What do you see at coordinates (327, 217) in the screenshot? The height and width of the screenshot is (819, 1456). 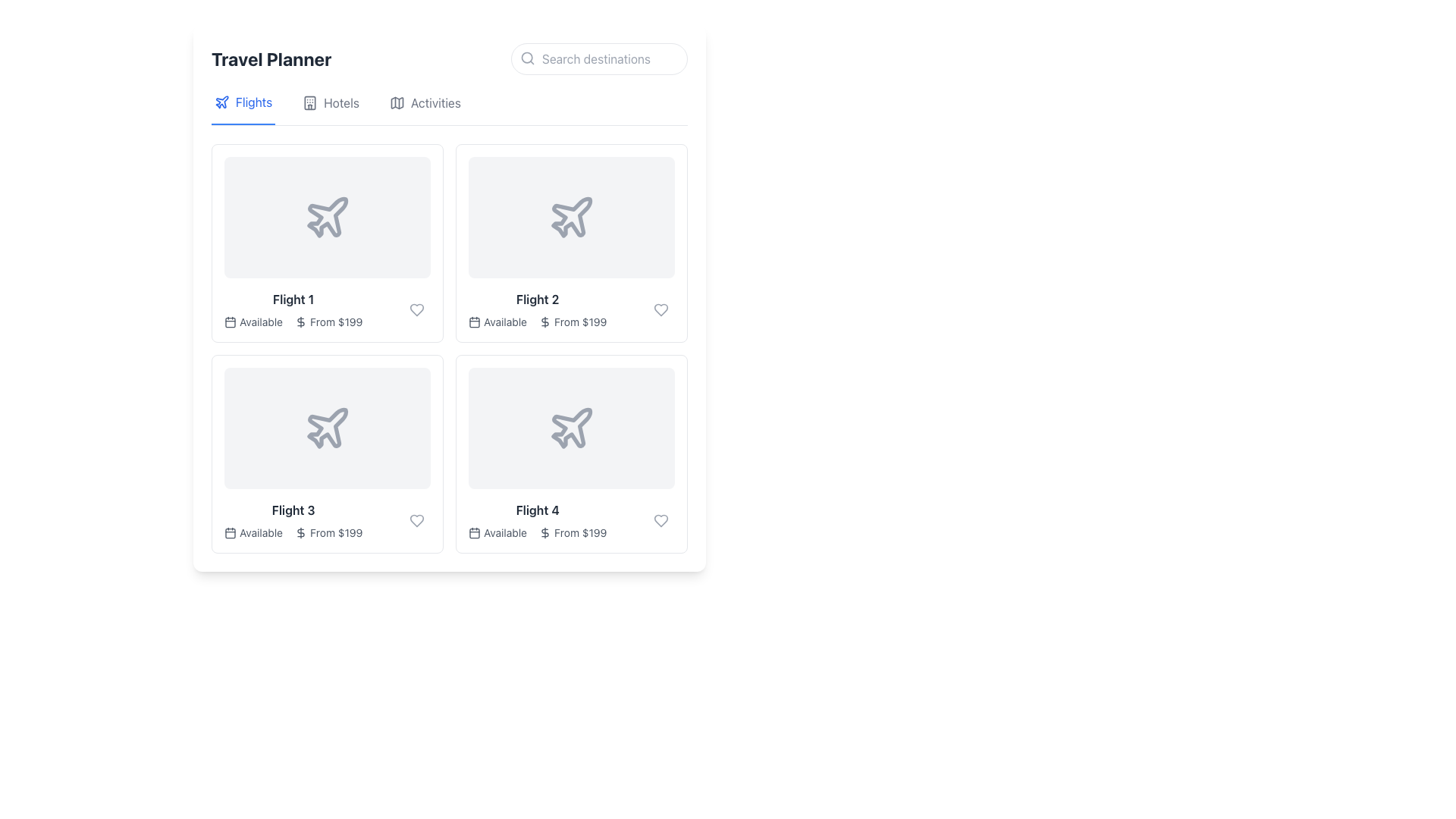 I see `first card in the 'Flights' section, which features a light gray background, rounded corners, and a centered airplane icon` at bounding box center [327, 217].